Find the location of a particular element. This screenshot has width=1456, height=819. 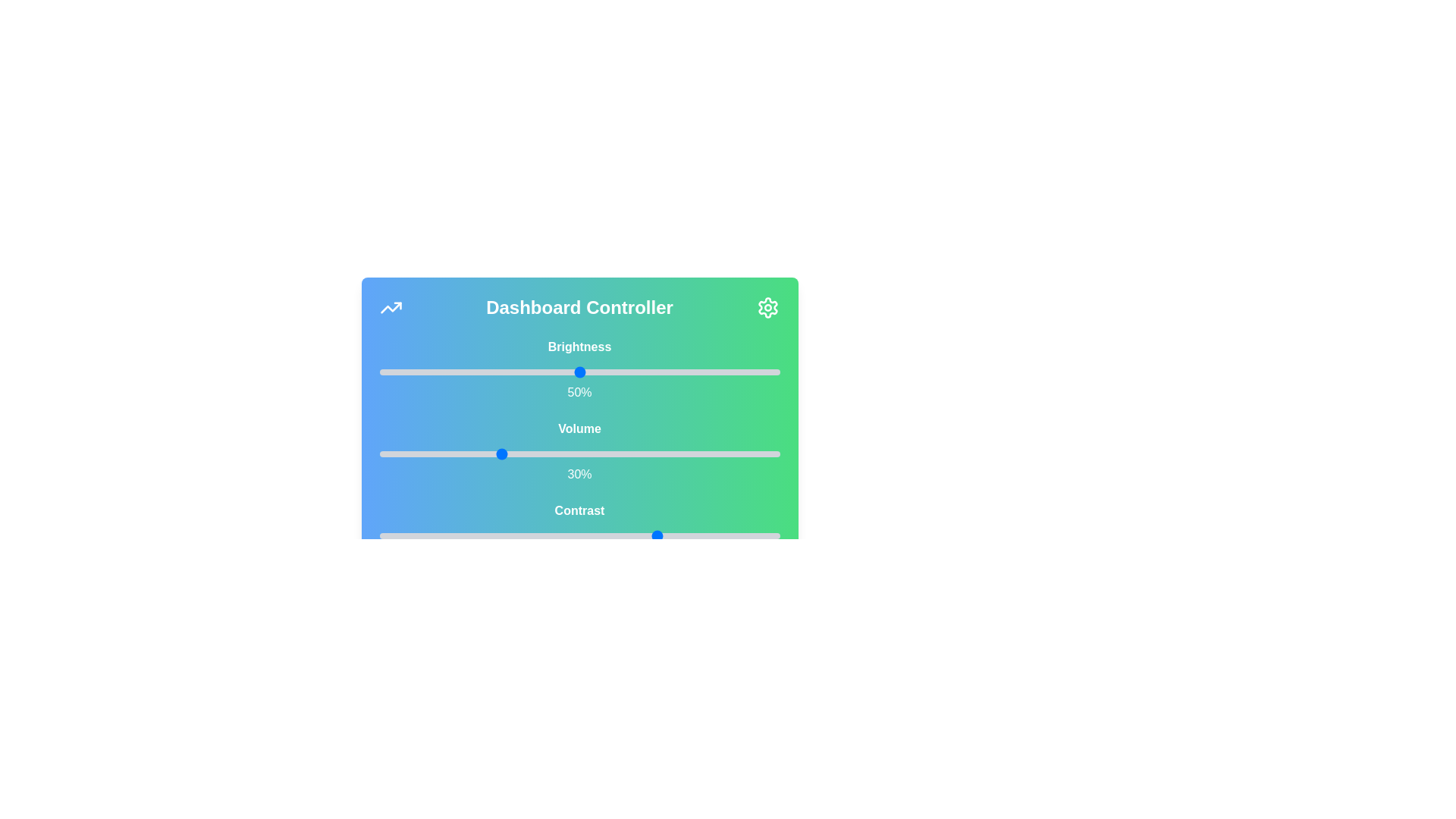

the volume slider to 79% is located at coordinates (695, 453).